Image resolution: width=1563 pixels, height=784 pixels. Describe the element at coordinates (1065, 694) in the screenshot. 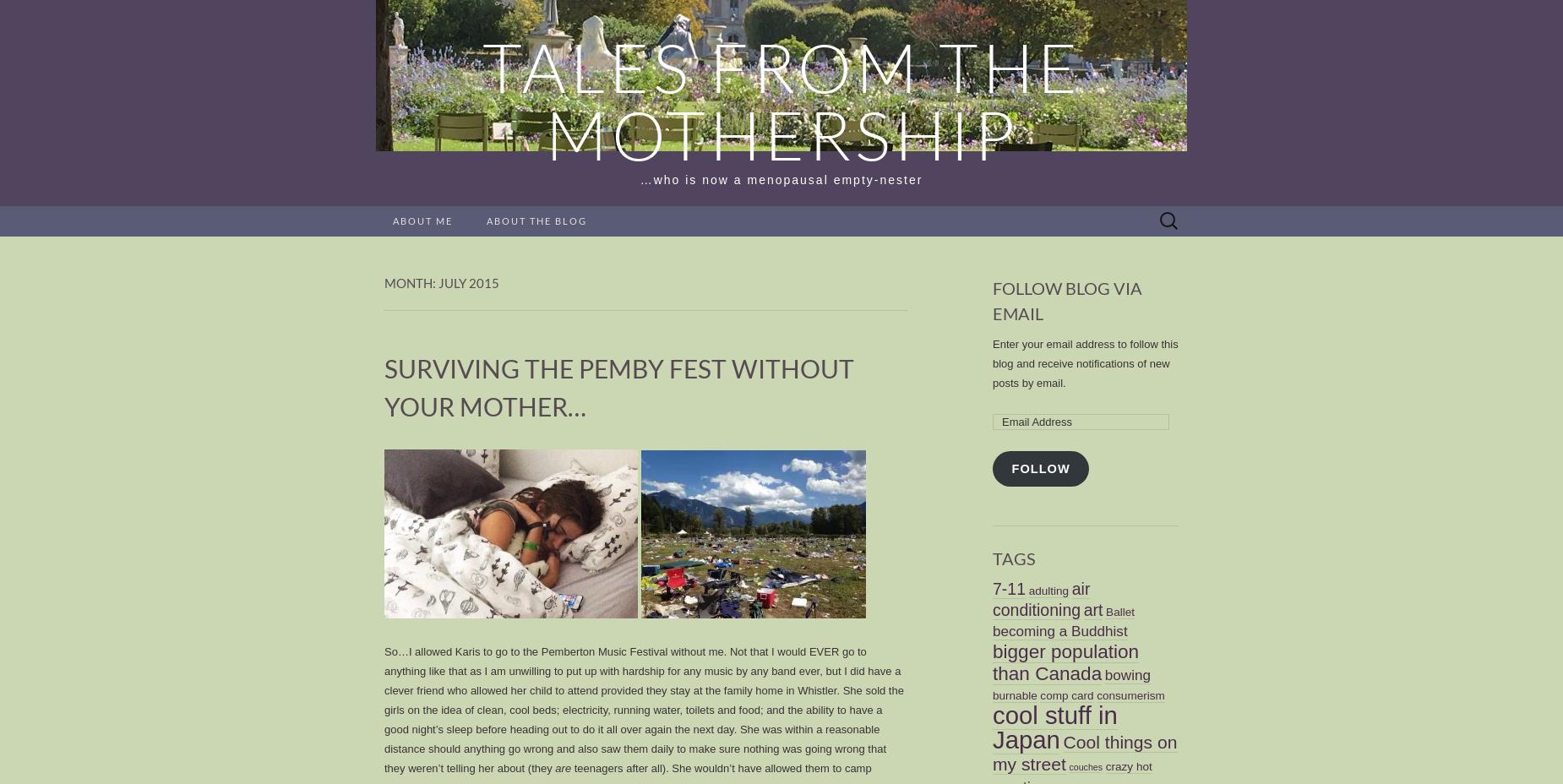

I see `'comp card'` at that location.